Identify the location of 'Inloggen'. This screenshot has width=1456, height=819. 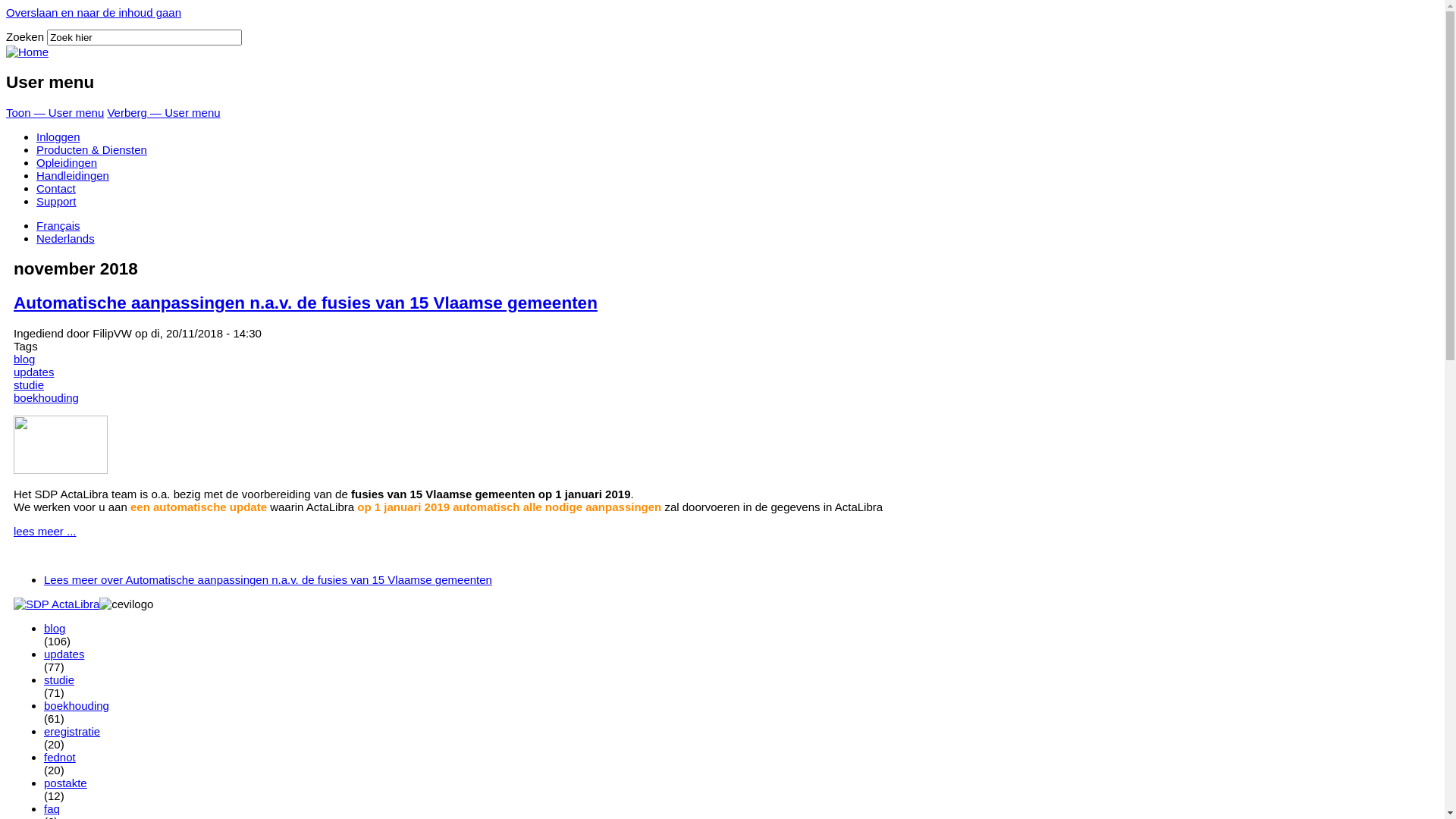
(58, 136).